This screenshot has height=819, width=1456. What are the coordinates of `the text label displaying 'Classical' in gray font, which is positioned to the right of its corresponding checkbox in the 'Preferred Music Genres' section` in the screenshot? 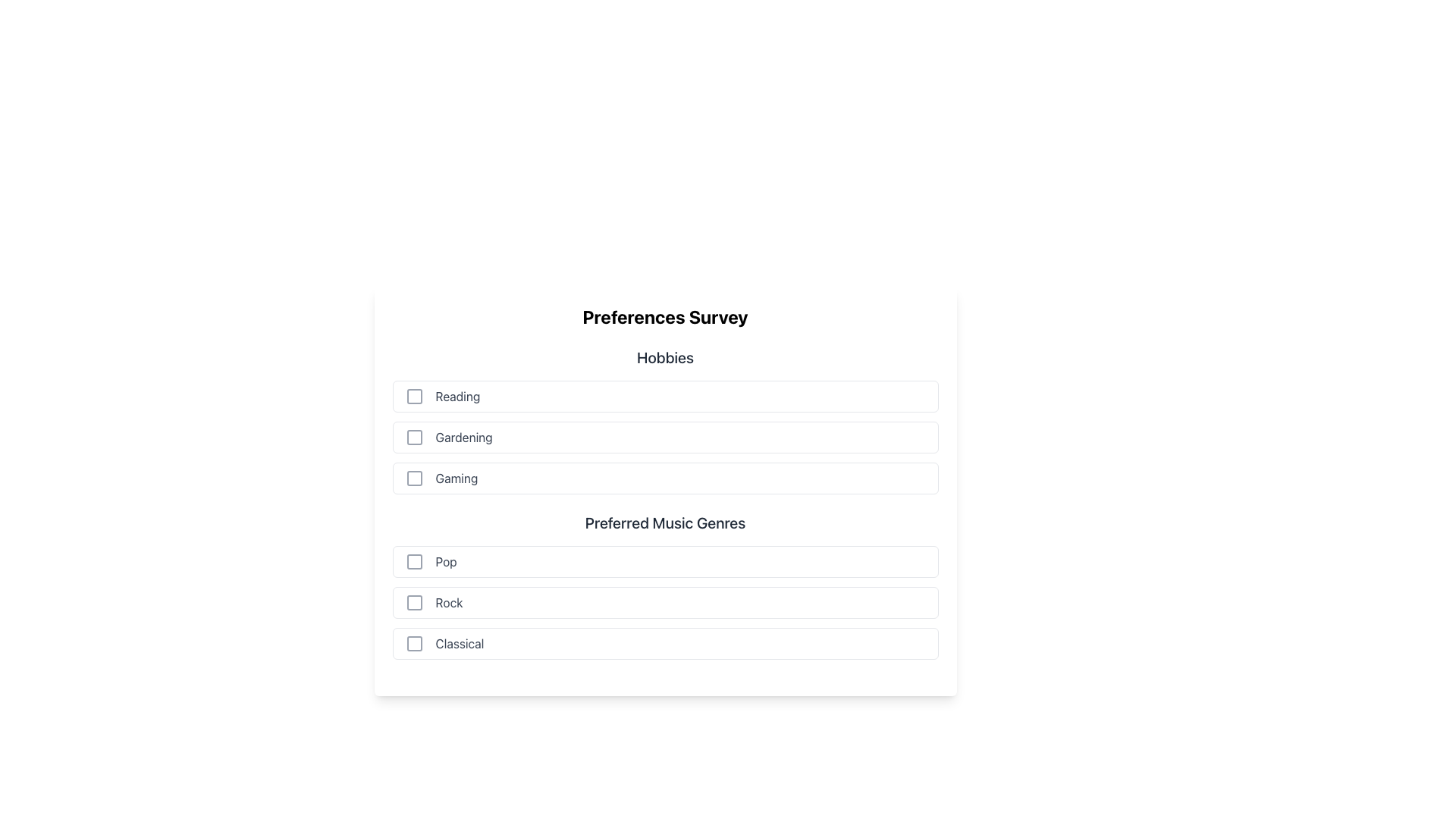 It's located at (459, 643).